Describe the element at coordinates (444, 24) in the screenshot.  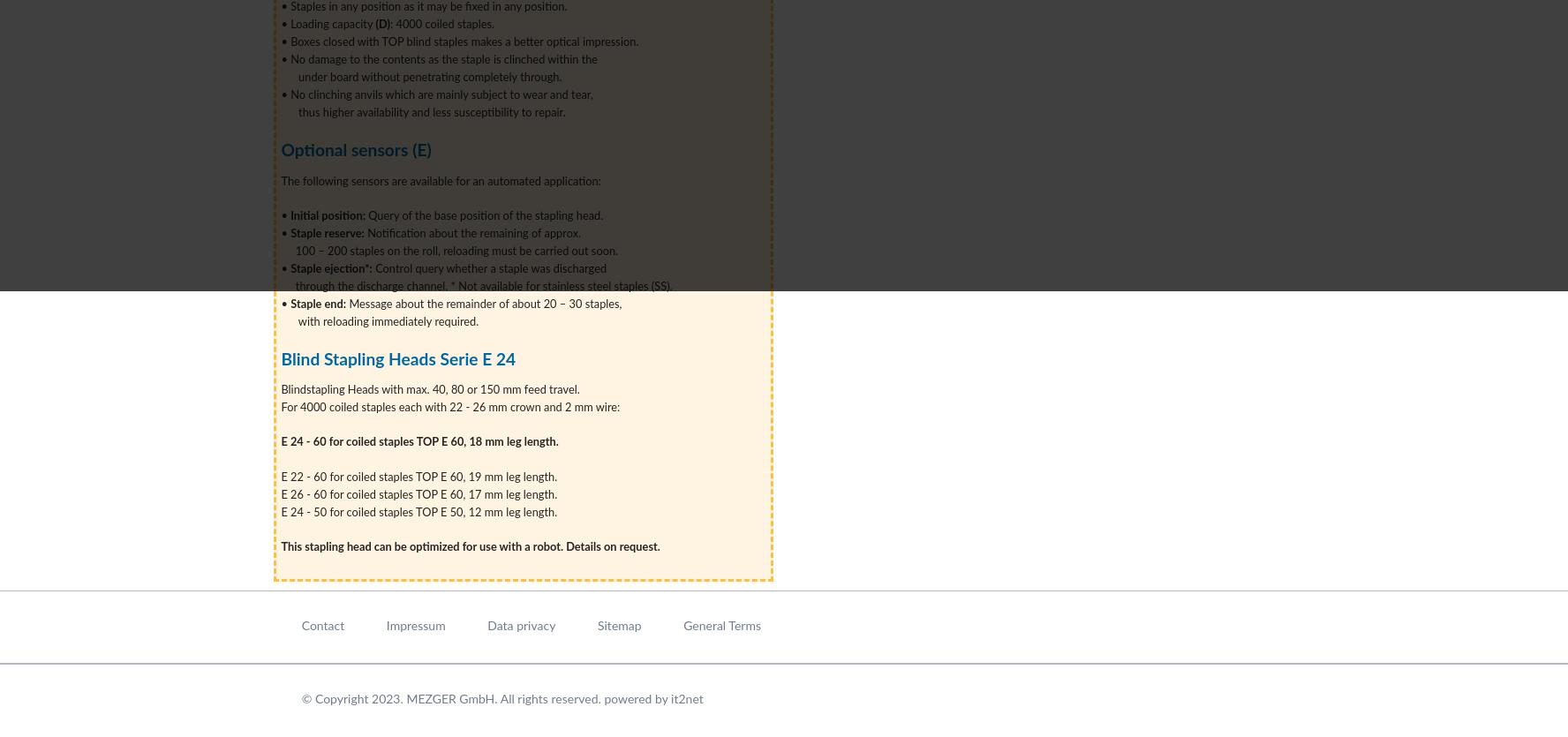
I see `': 4000 coiled staples.'` at that location.